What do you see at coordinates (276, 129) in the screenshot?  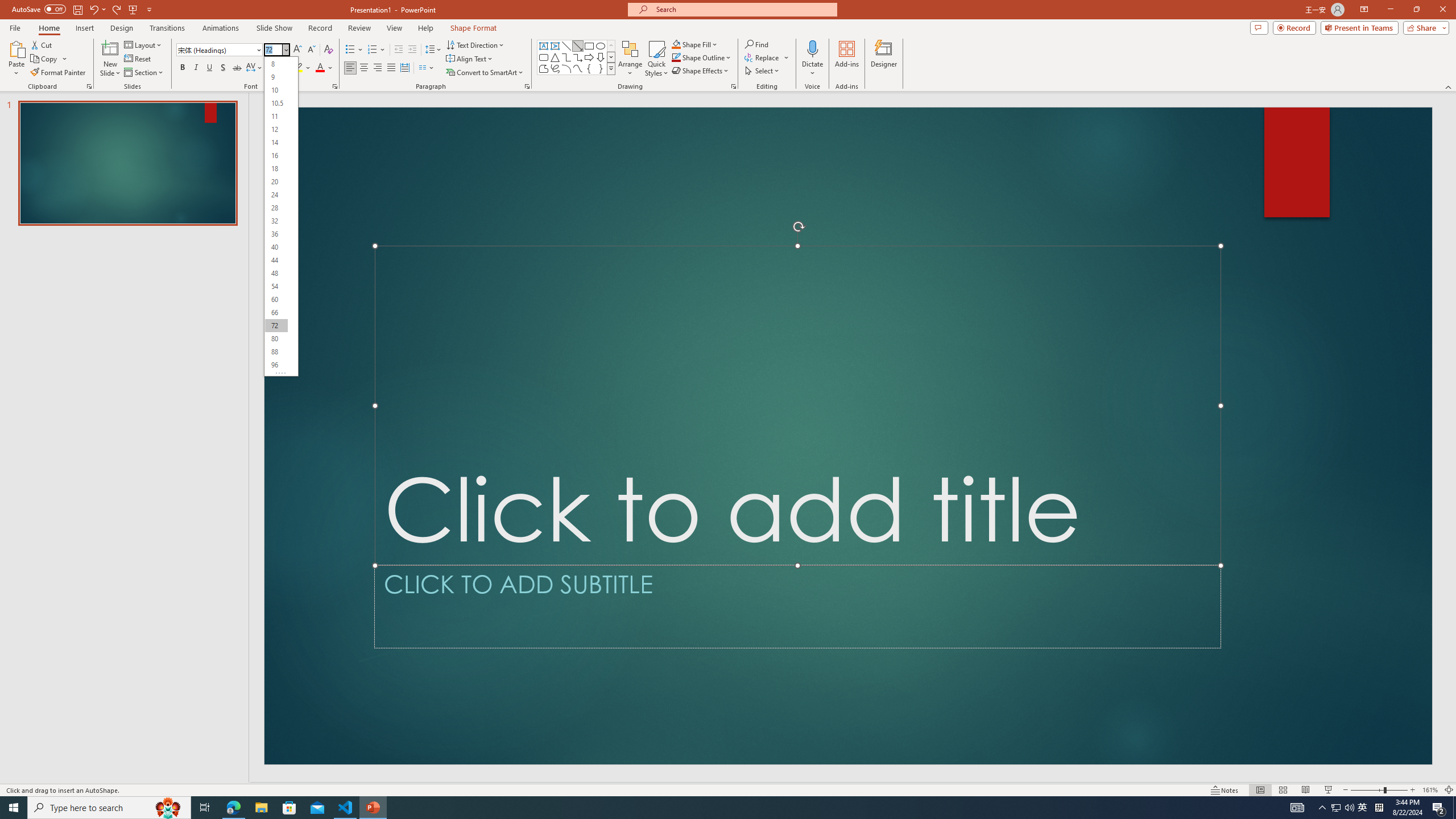 I see `'12'` at bounding box center [276, 129].